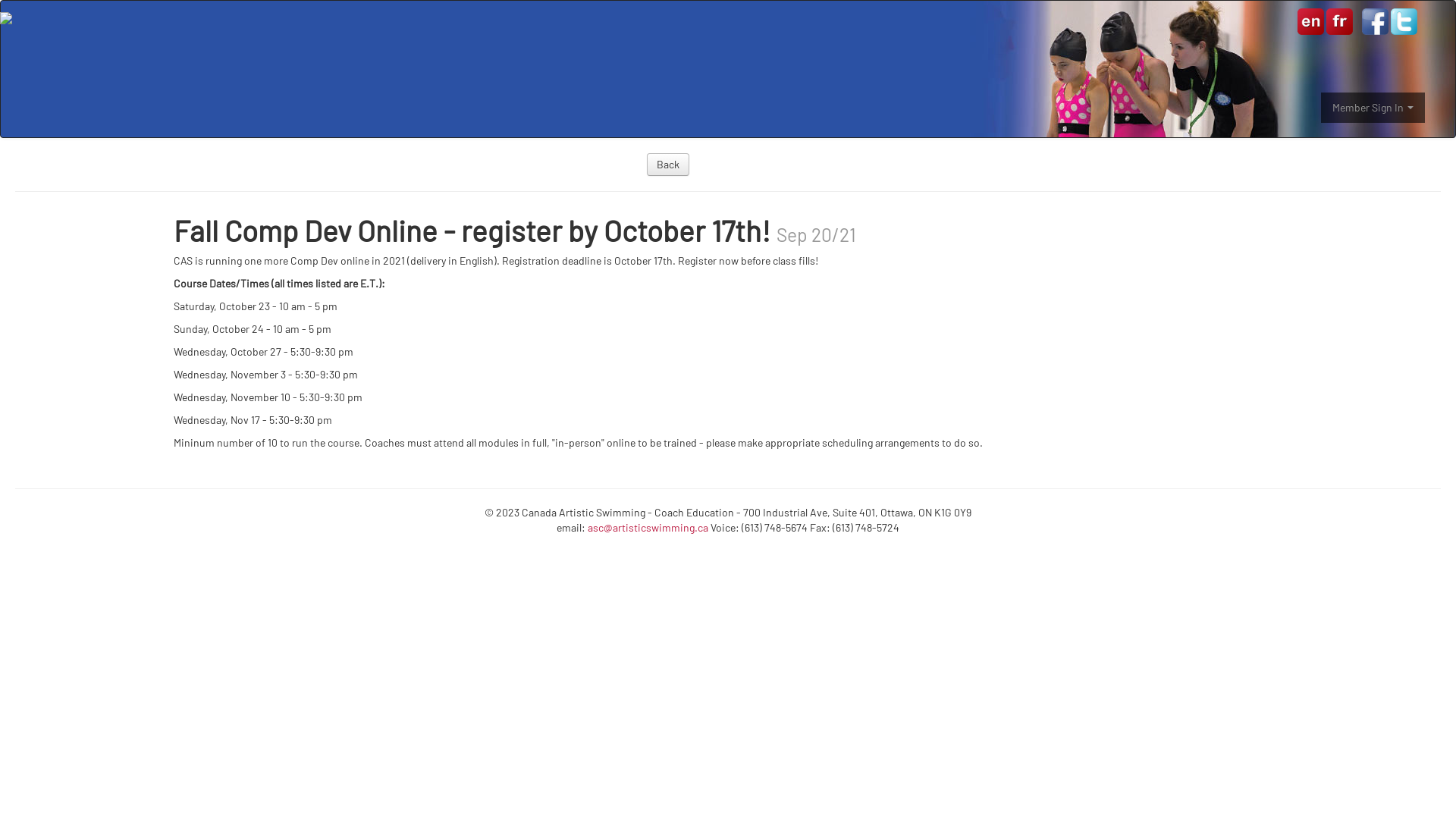 The image size is (1456, 819). I want to click on 'Member Sign In', so click(1320, 107).